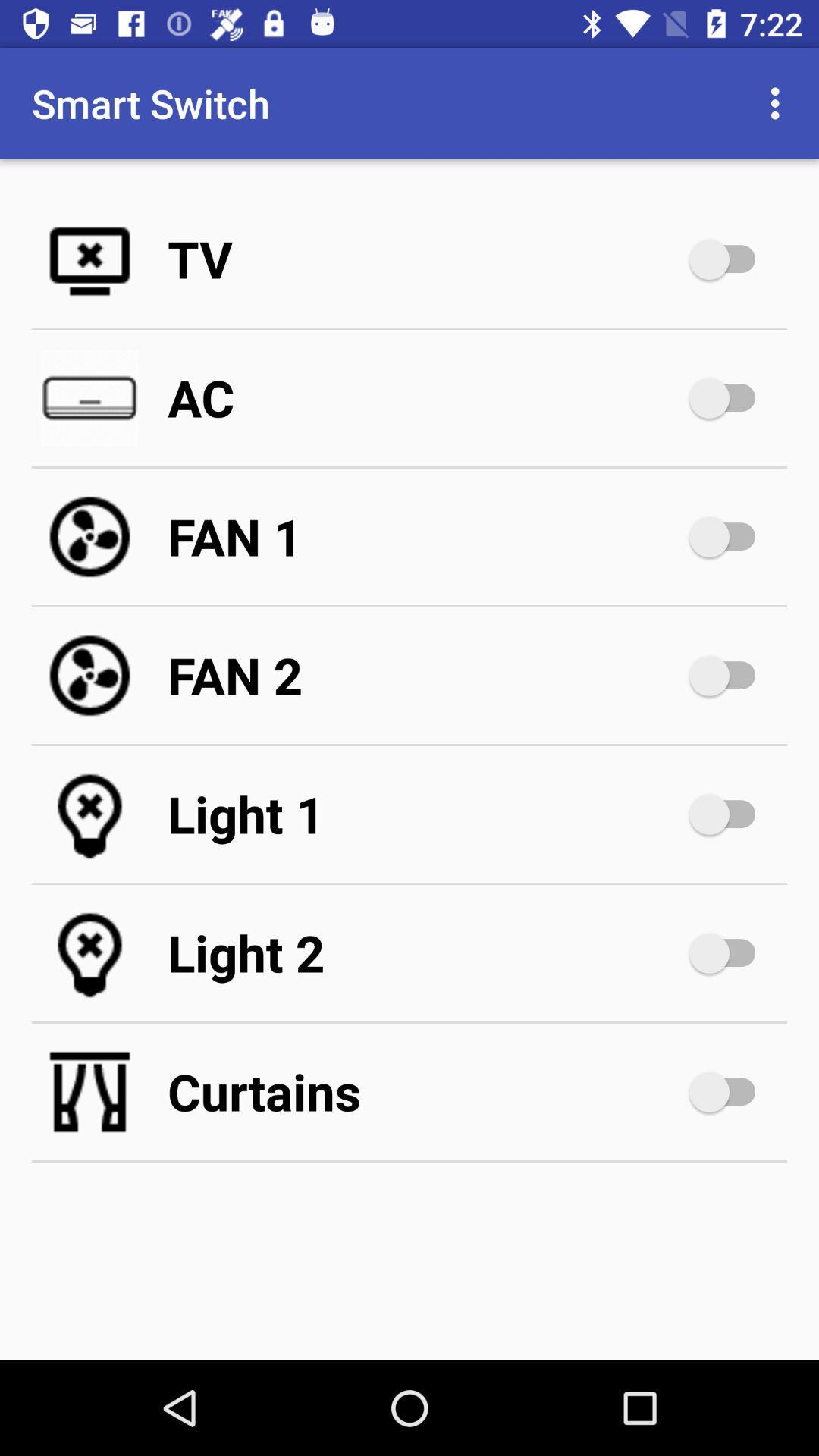 The width and height of the screenshot is (819, 1456). I want to click on the icon below fan 1 item, so click(425, 675).